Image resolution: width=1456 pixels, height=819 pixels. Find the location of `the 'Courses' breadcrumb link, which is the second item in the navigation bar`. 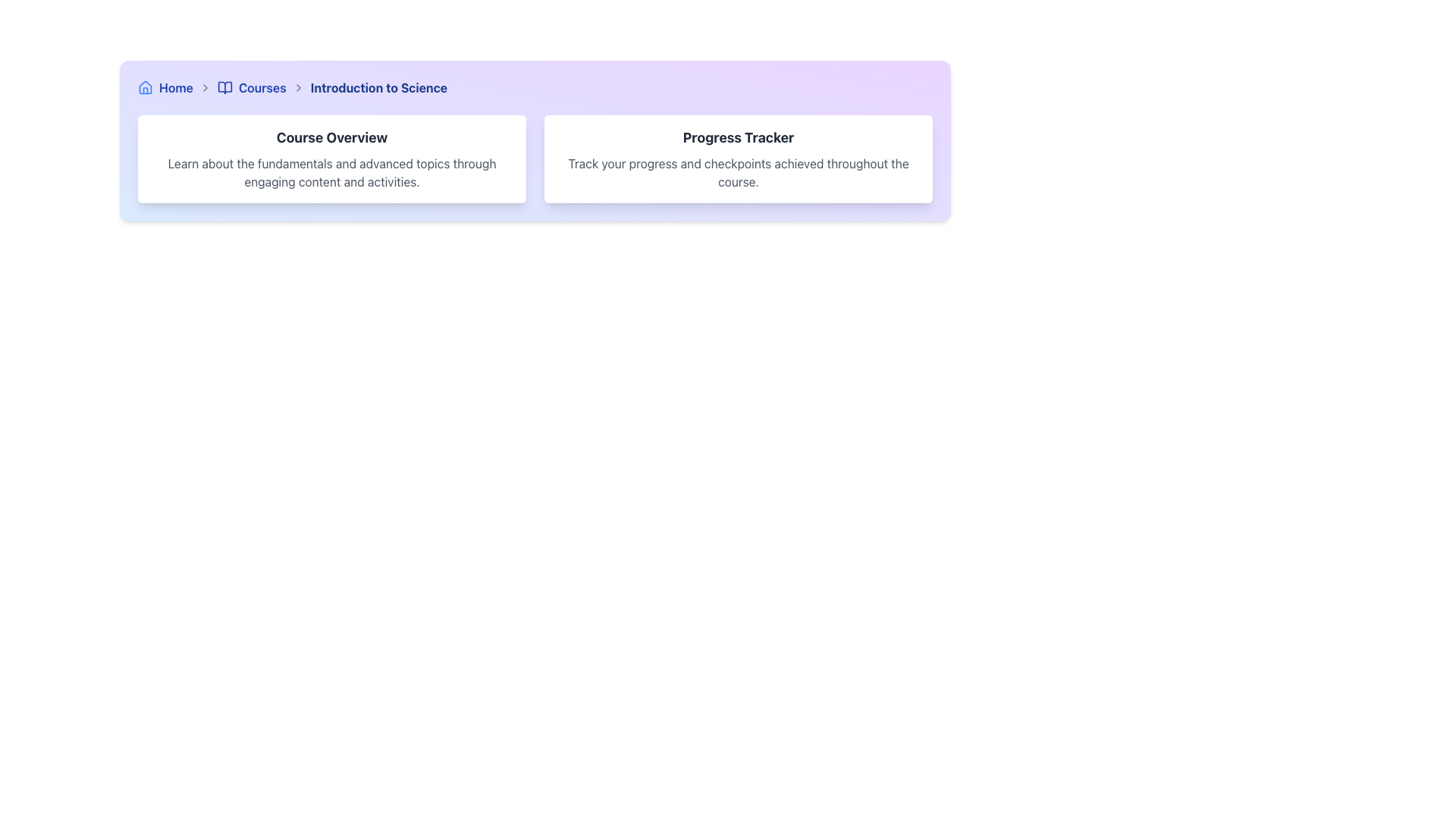

the 'Courses' breadcrumb link, which is the second item in the navigation bar is located at coordinates (252, 87).